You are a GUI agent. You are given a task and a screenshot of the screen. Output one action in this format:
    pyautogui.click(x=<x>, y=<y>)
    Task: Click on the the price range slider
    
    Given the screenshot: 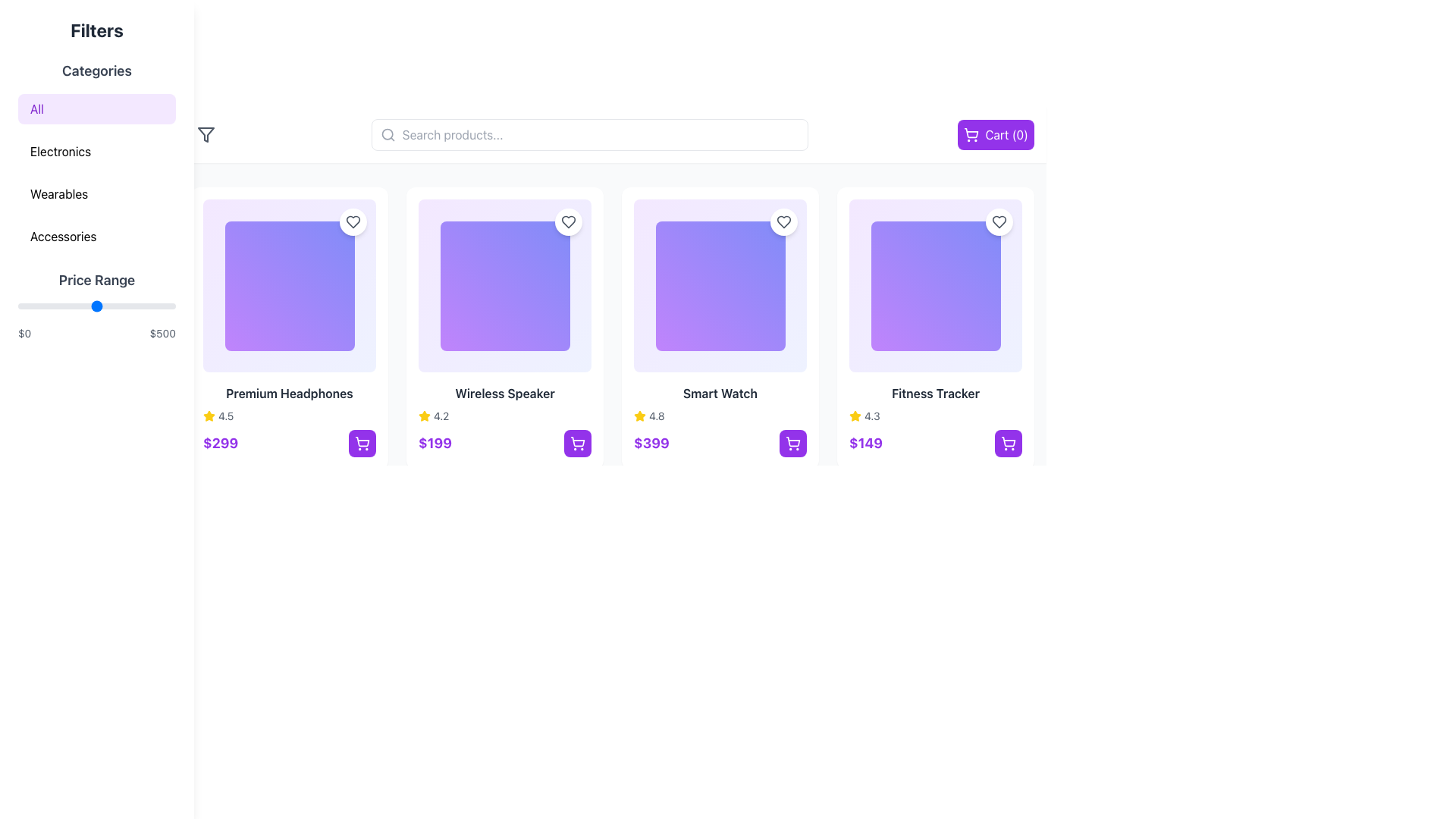 What is the action you would take?
    pyautogui.click(x=169, y=306)
    